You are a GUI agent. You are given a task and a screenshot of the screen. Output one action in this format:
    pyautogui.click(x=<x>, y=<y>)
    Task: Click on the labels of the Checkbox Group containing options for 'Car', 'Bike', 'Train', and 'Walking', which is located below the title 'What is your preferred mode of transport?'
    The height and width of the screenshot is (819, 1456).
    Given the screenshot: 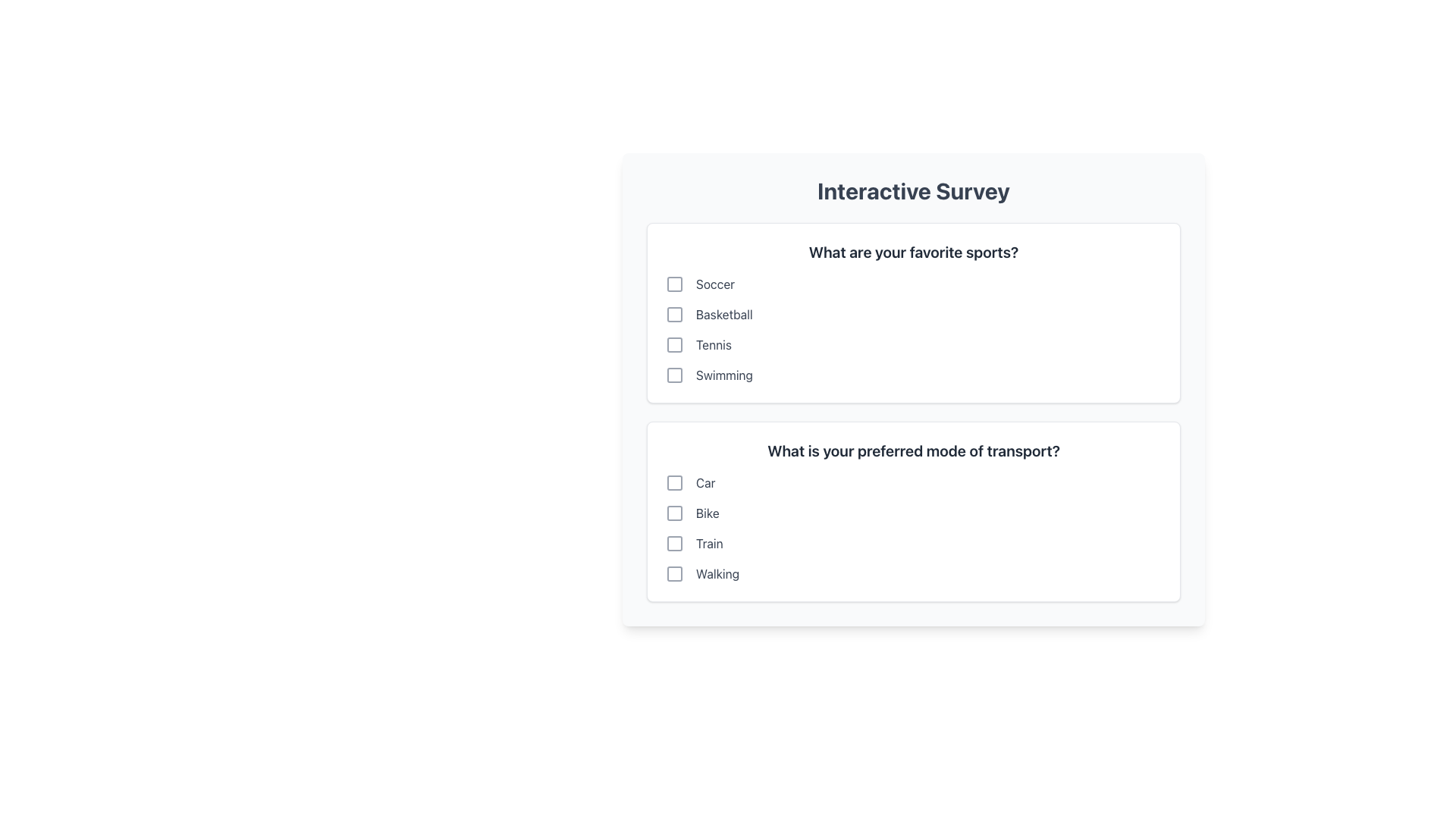 What is the action you would take?
    pyautogui.click(x=912, y=528)
    